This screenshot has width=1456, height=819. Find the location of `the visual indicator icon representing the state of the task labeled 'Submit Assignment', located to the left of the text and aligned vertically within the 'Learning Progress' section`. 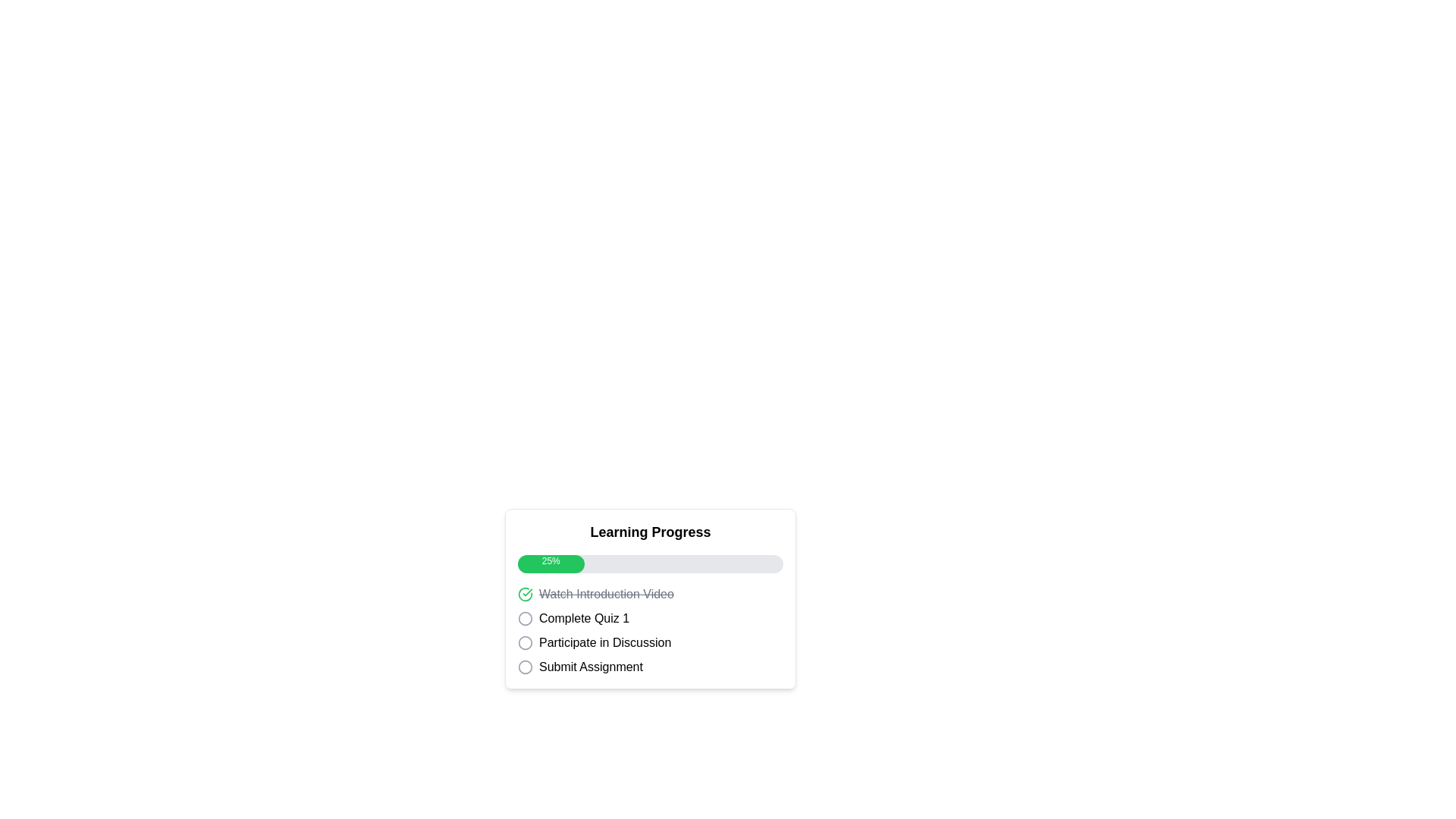

the visual indicator icon representing the state of the task labeled 'Submit Assignment', located to the left of the text and aligned vertically within the 'Learning Progress' section is located at coordinates (525, 666).